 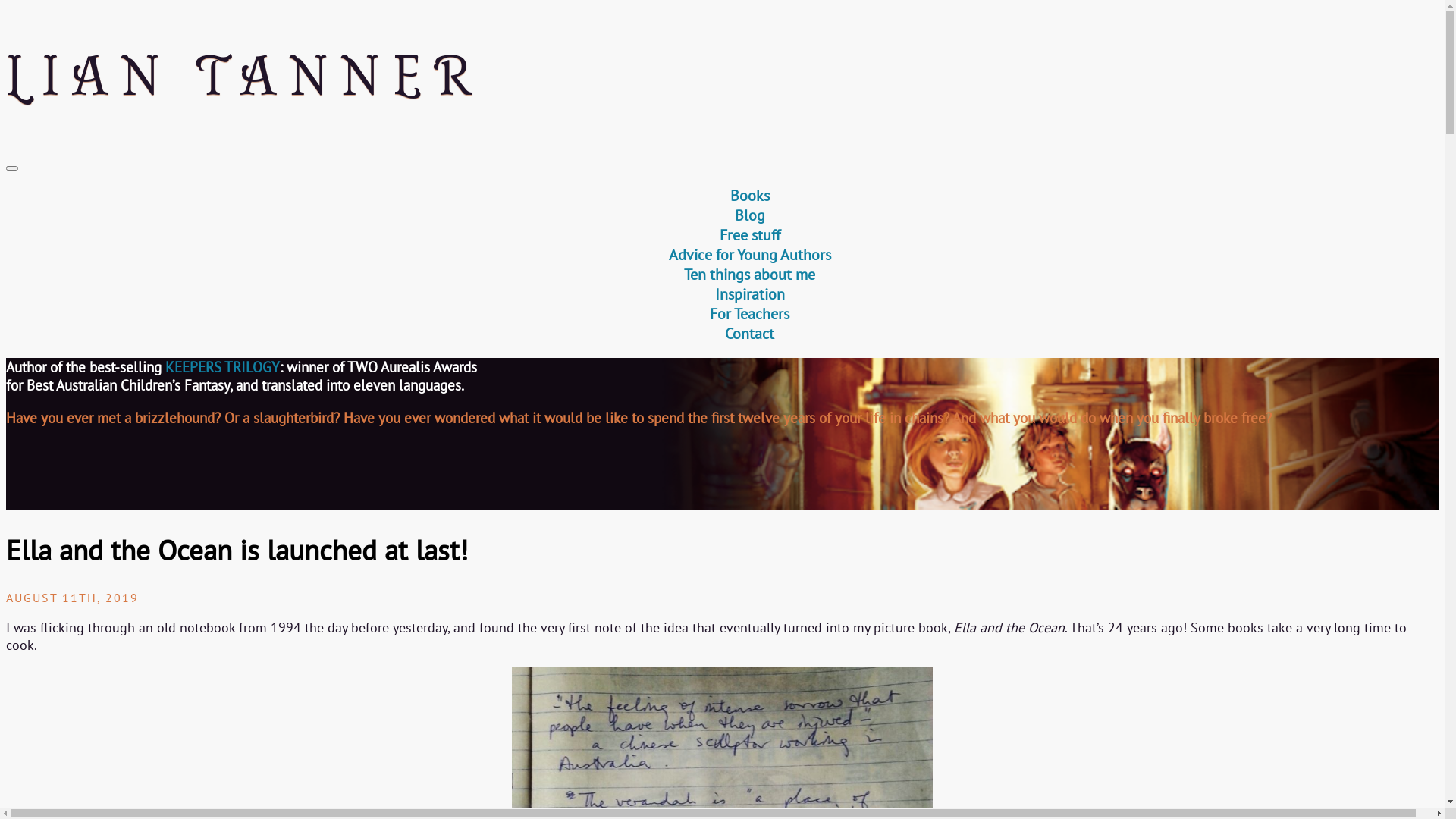 What do you see at coordinates (749, 253) in the screenshot?
I see `'Advice for Young Authors'` at bounding box center [749, 253].